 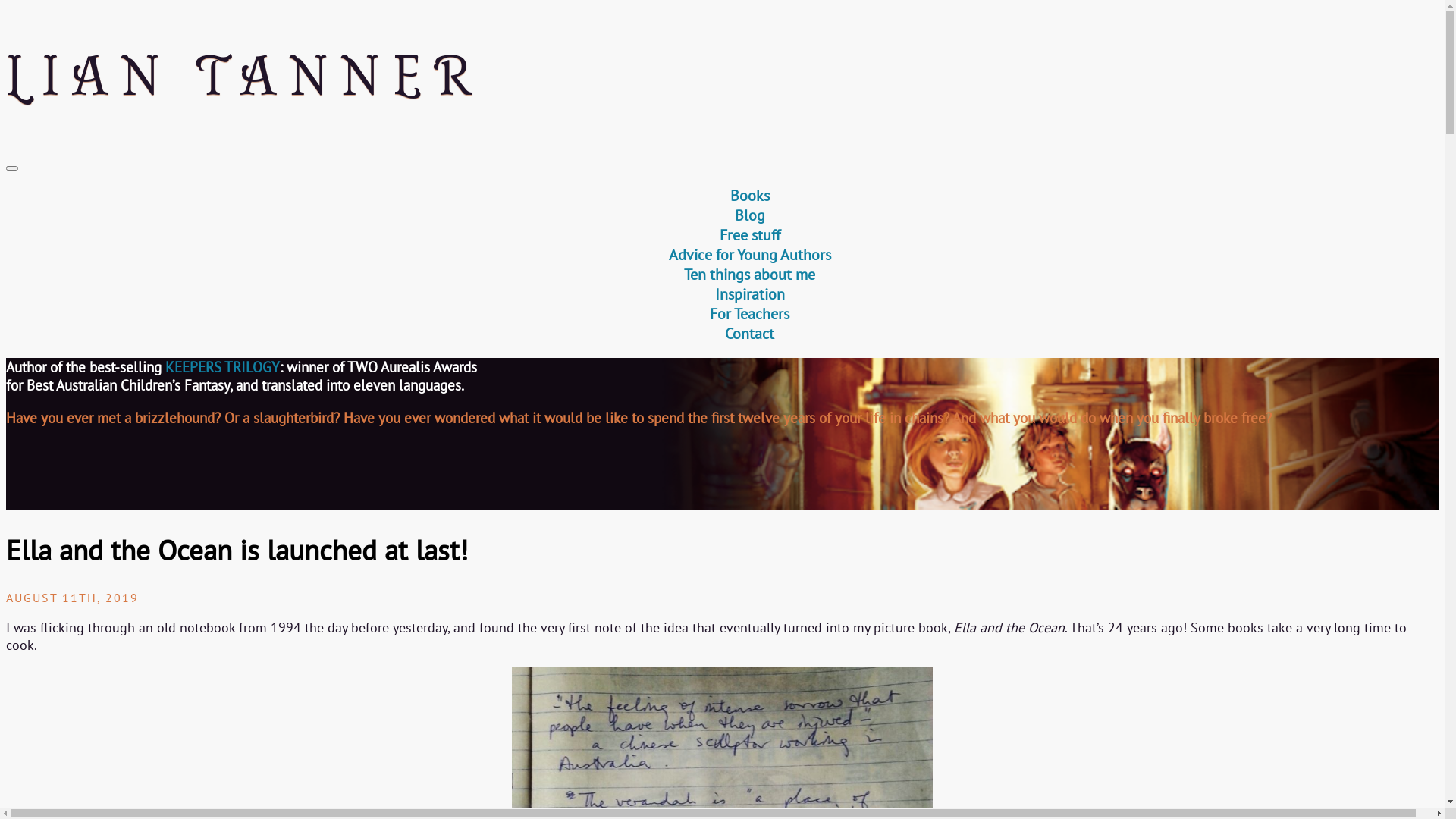 What do you see at coordinates (749, 253) in the screenshot?
I see `'Advice for Young Authors'` at bounding box center [749, 253].